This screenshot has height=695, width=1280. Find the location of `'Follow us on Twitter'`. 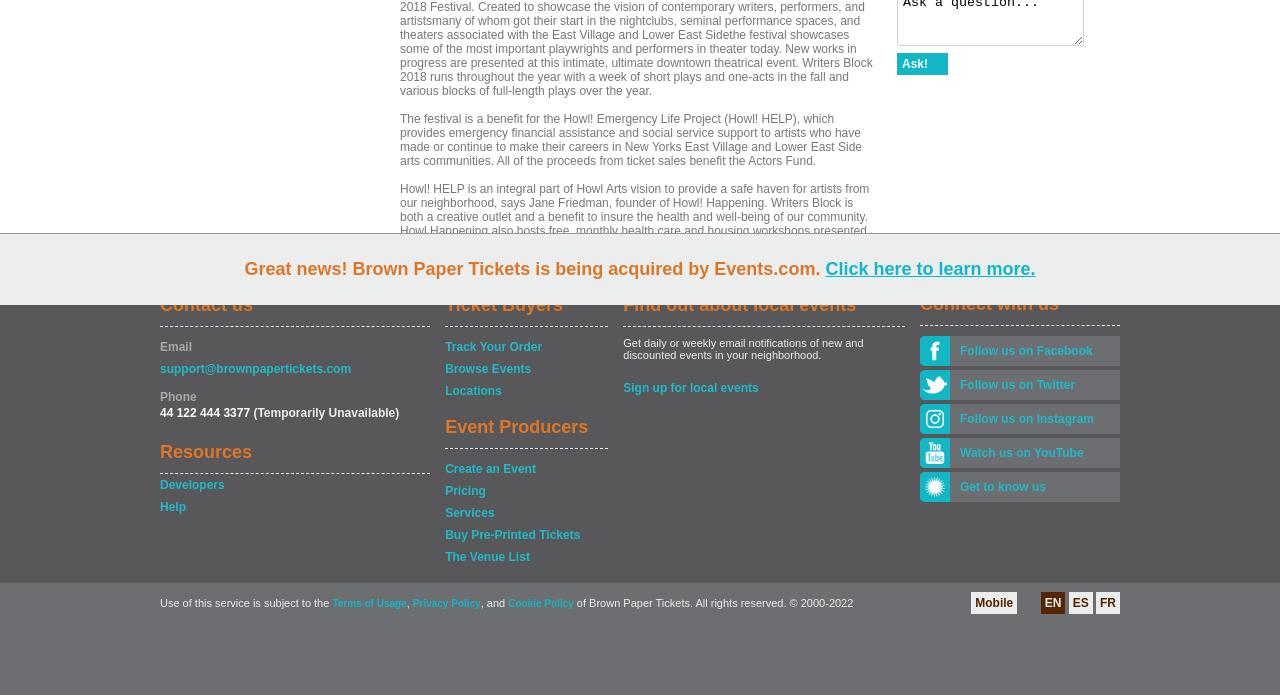

'Follow us on Twitter' is located at coordinates (960, 384).